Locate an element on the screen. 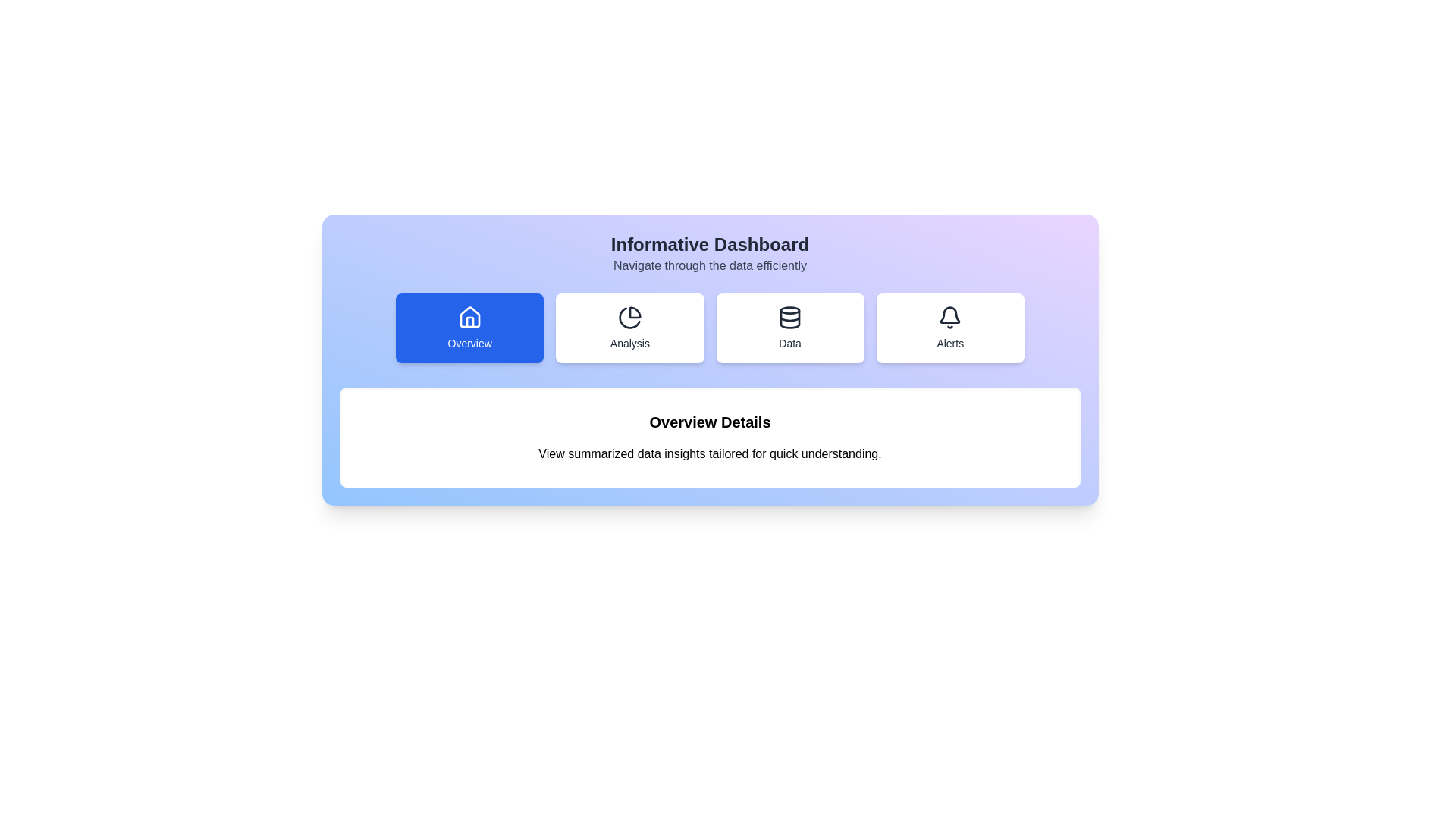 The image size is (1456, 819). the bell-shaped icon located at the center of the 'Alerts' card in the top-right quadrant of the interface is located at coordinates (949, 317).